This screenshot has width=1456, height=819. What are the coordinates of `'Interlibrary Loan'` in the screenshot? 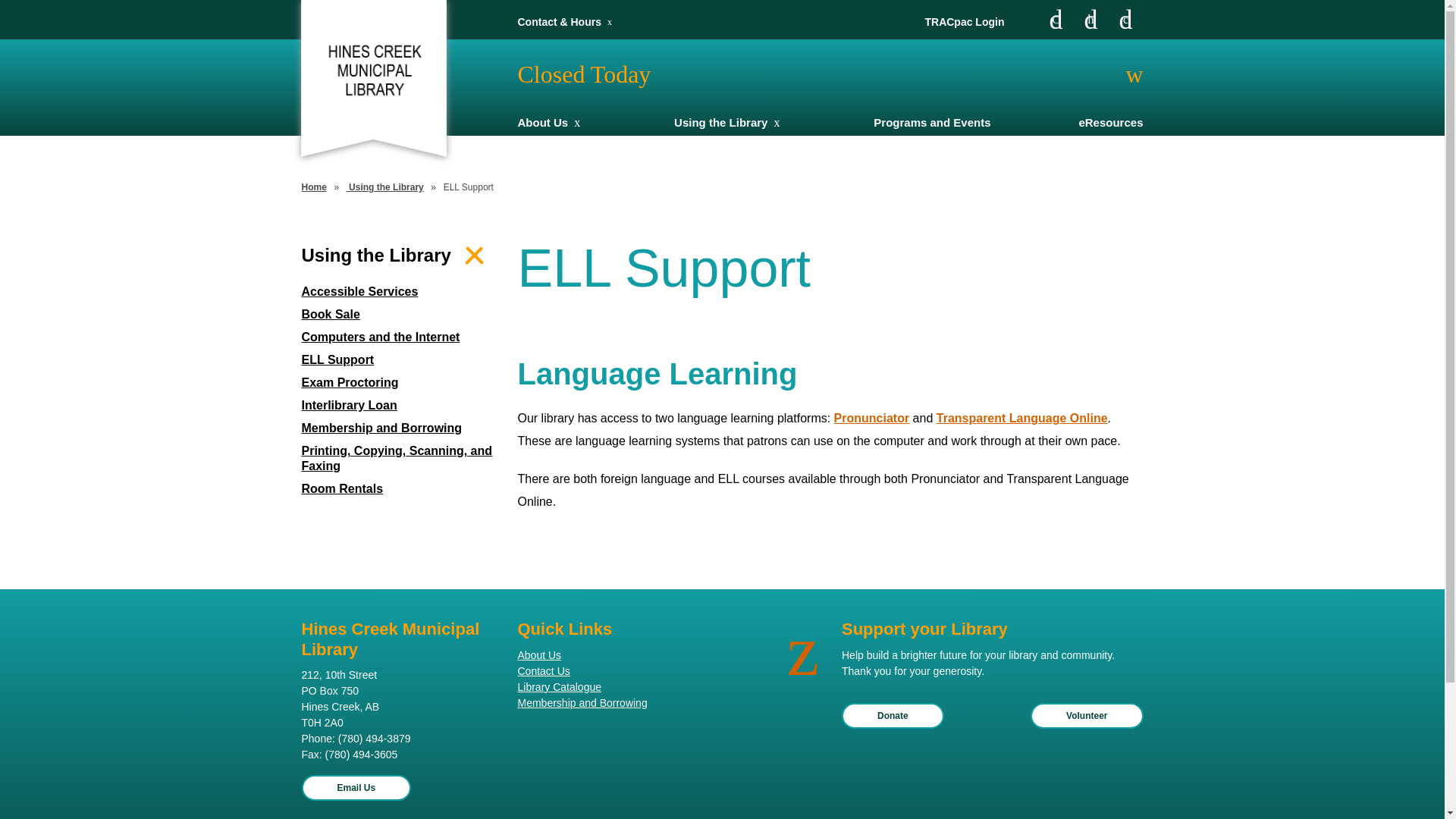 It's located at (398, 405).